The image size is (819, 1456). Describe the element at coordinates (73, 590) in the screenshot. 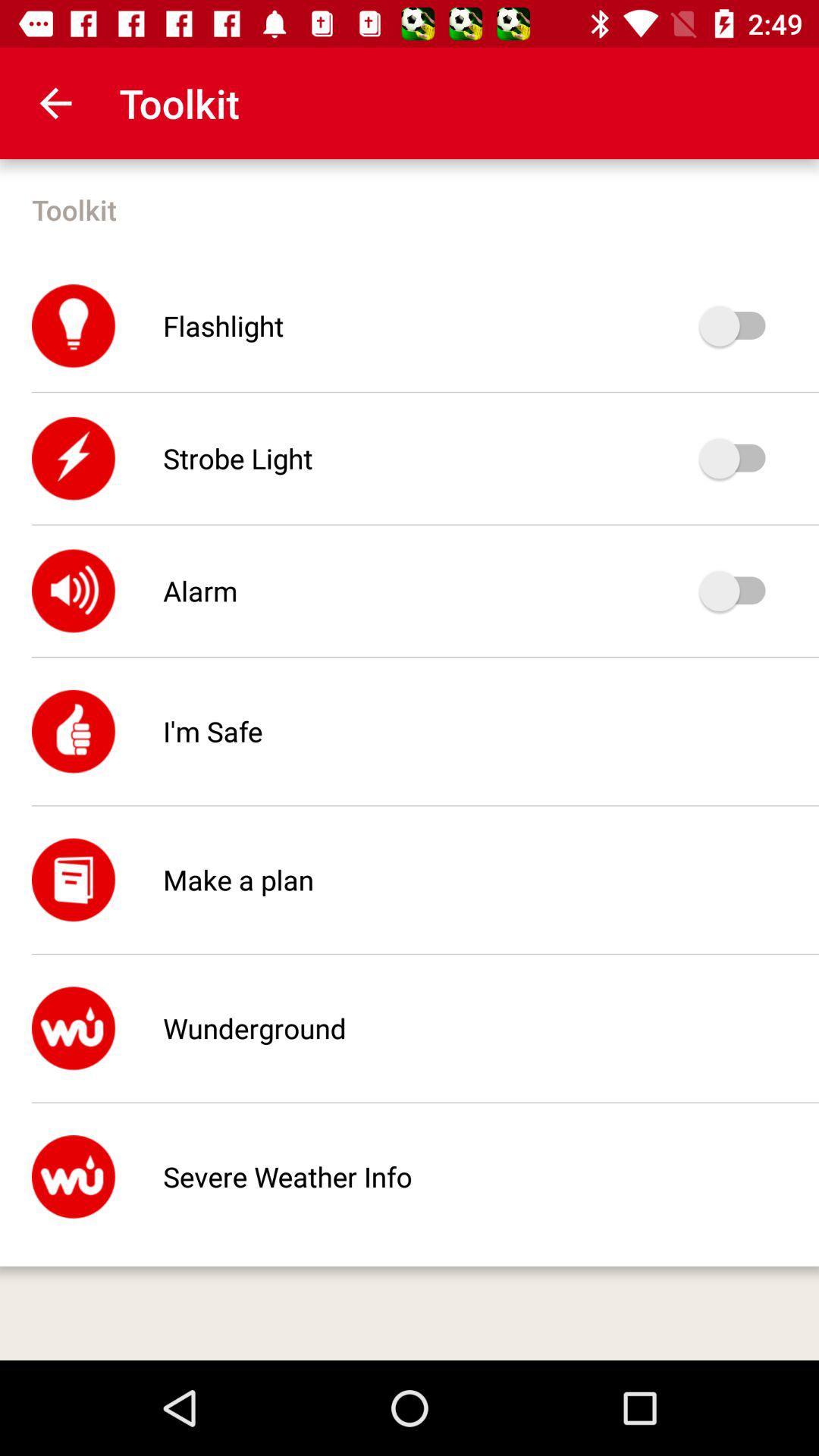

I see `the symbol beside alarm` at that location.